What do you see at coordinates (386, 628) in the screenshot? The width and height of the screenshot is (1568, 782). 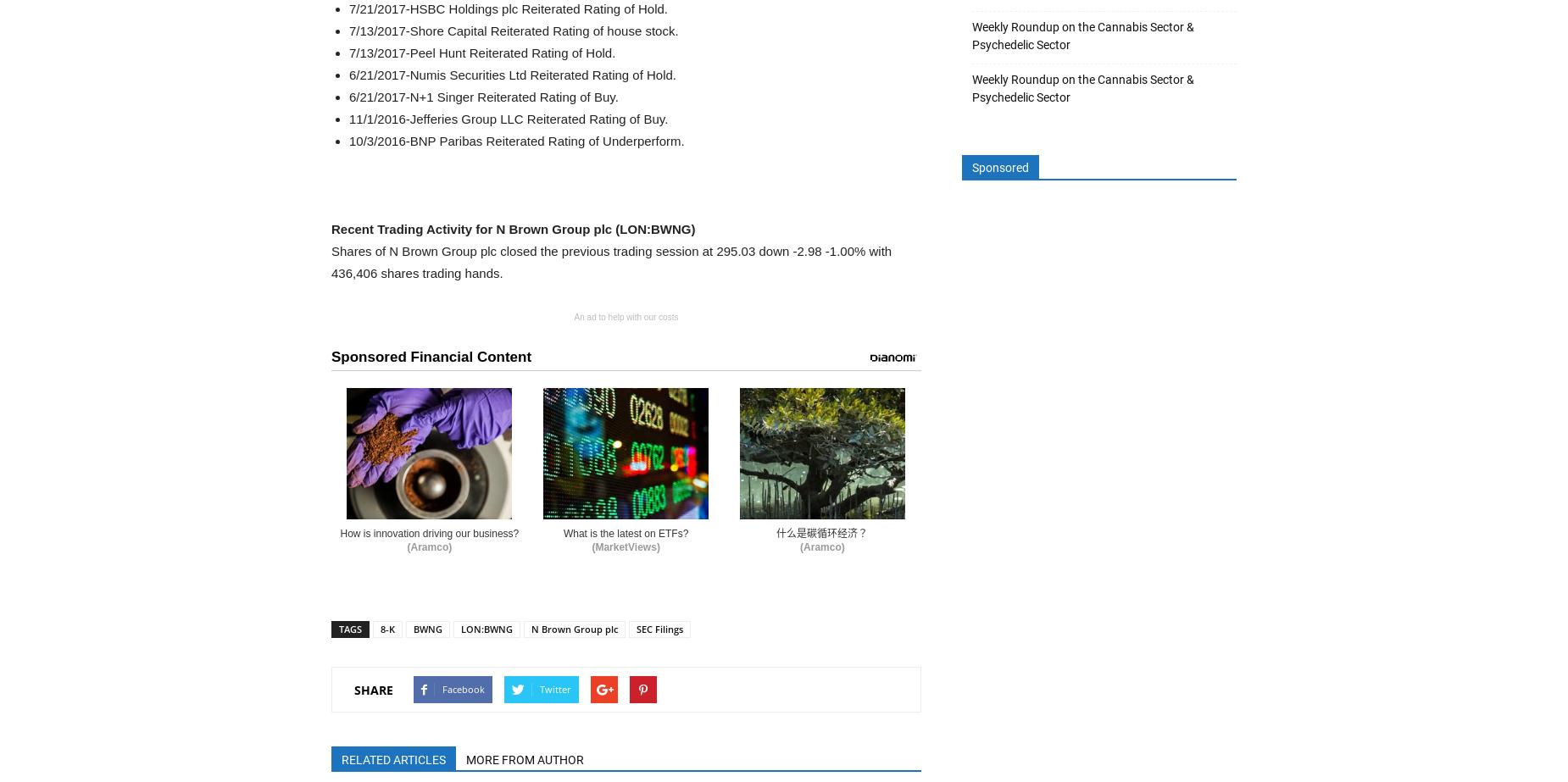 I see `'8-K'` at bounding box center [386, 628].